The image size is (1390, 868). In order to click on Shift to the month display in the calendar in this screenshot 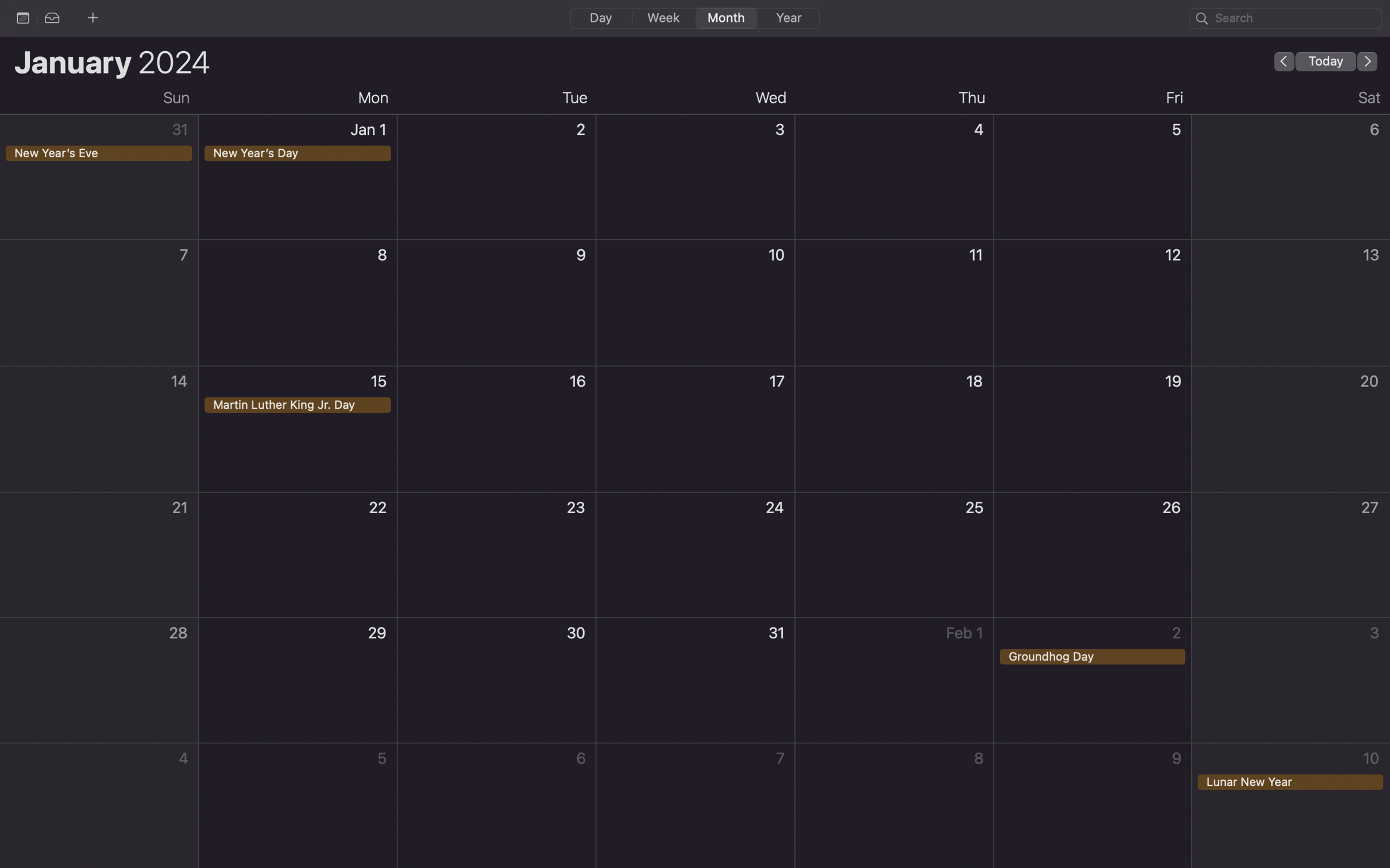, I will do `click(724, 17)`.